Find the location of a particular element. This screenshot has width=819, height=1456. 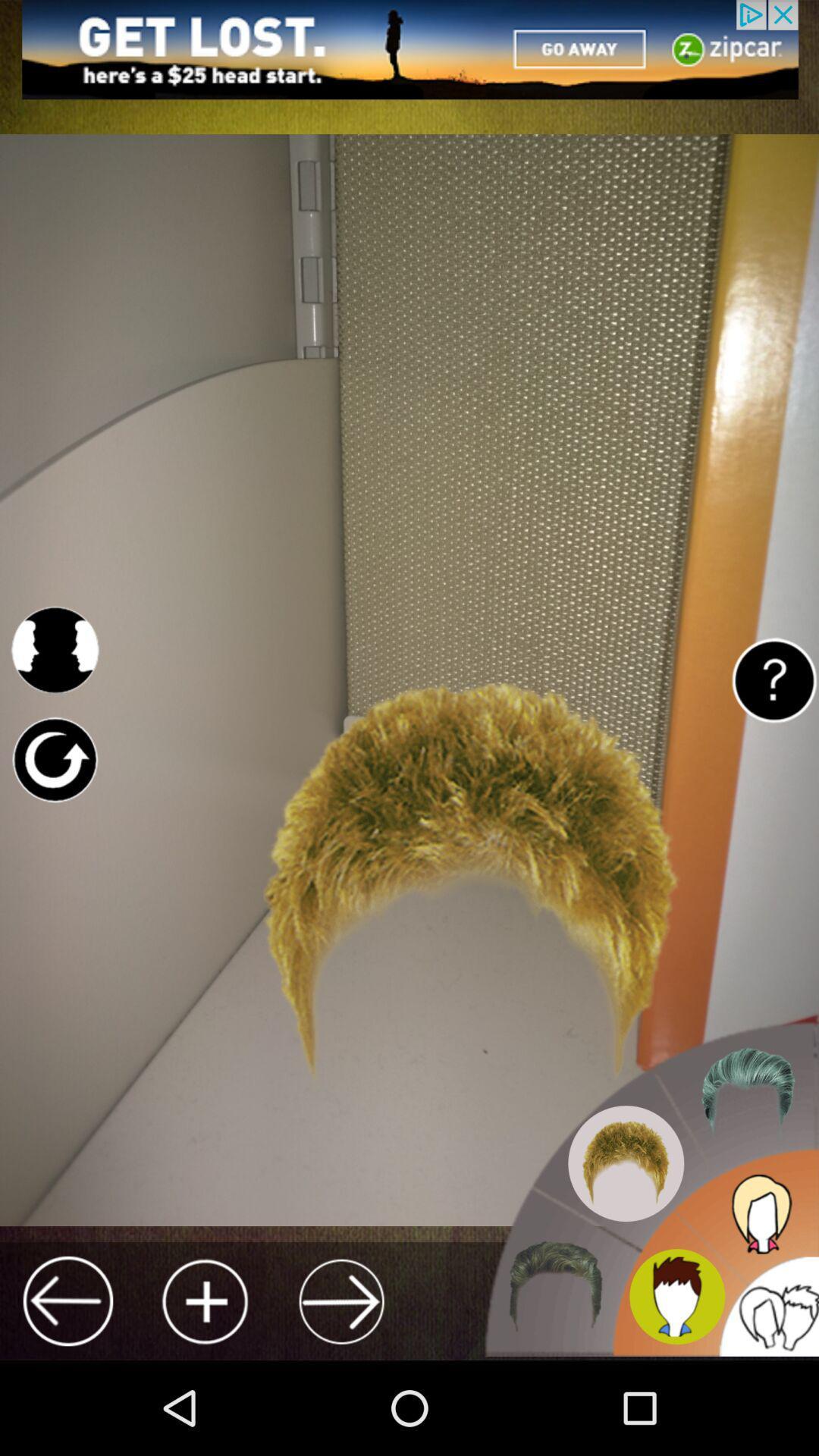

undo button is located at coordinates (54, 760).